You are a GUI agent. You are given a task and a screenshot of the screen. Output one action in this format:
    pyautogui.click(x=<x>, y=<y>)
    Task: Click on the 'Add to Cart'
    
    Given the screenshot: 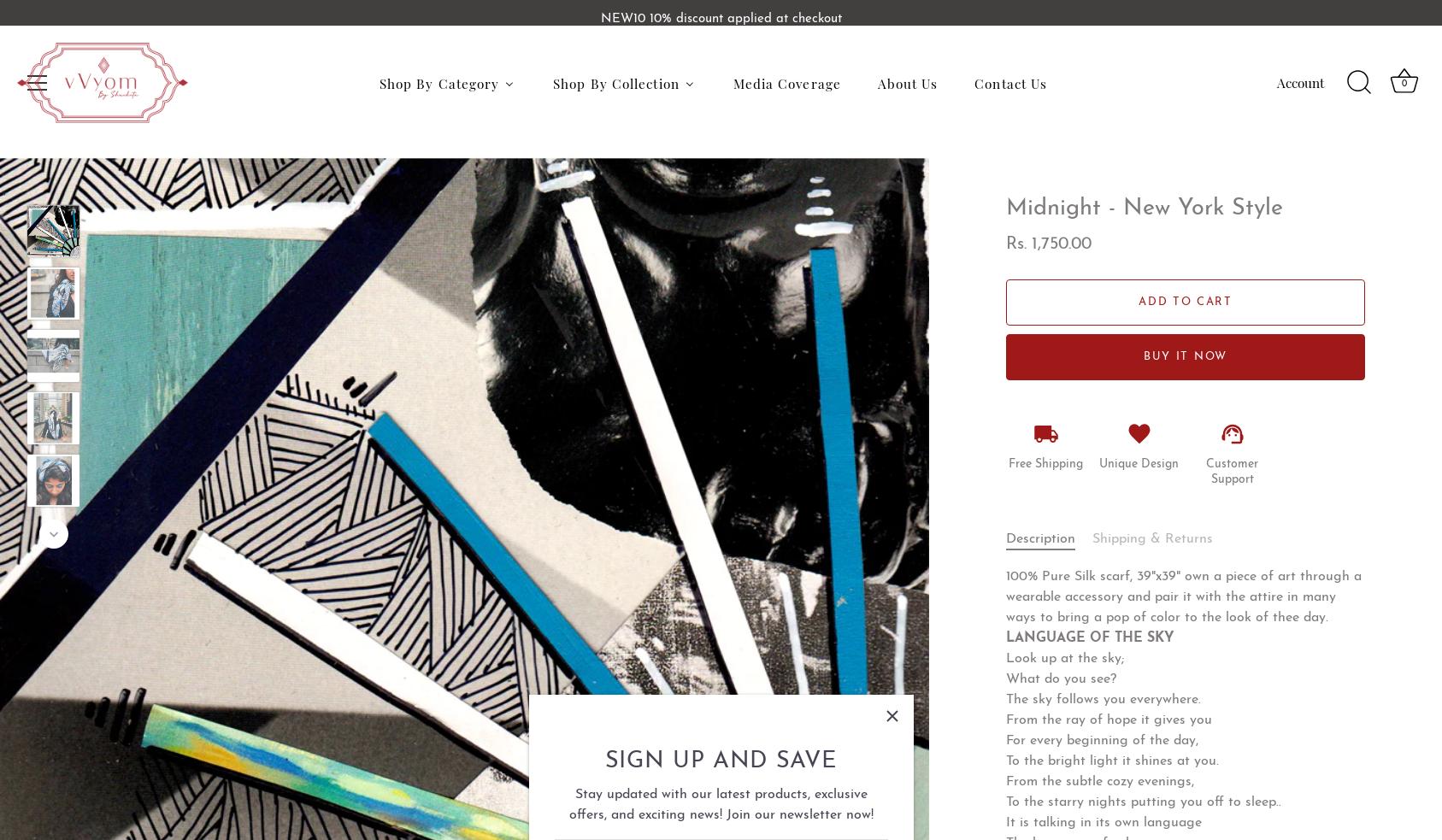 What is the action you would take?
    pyautogui.click(x=1185, y=300)
    